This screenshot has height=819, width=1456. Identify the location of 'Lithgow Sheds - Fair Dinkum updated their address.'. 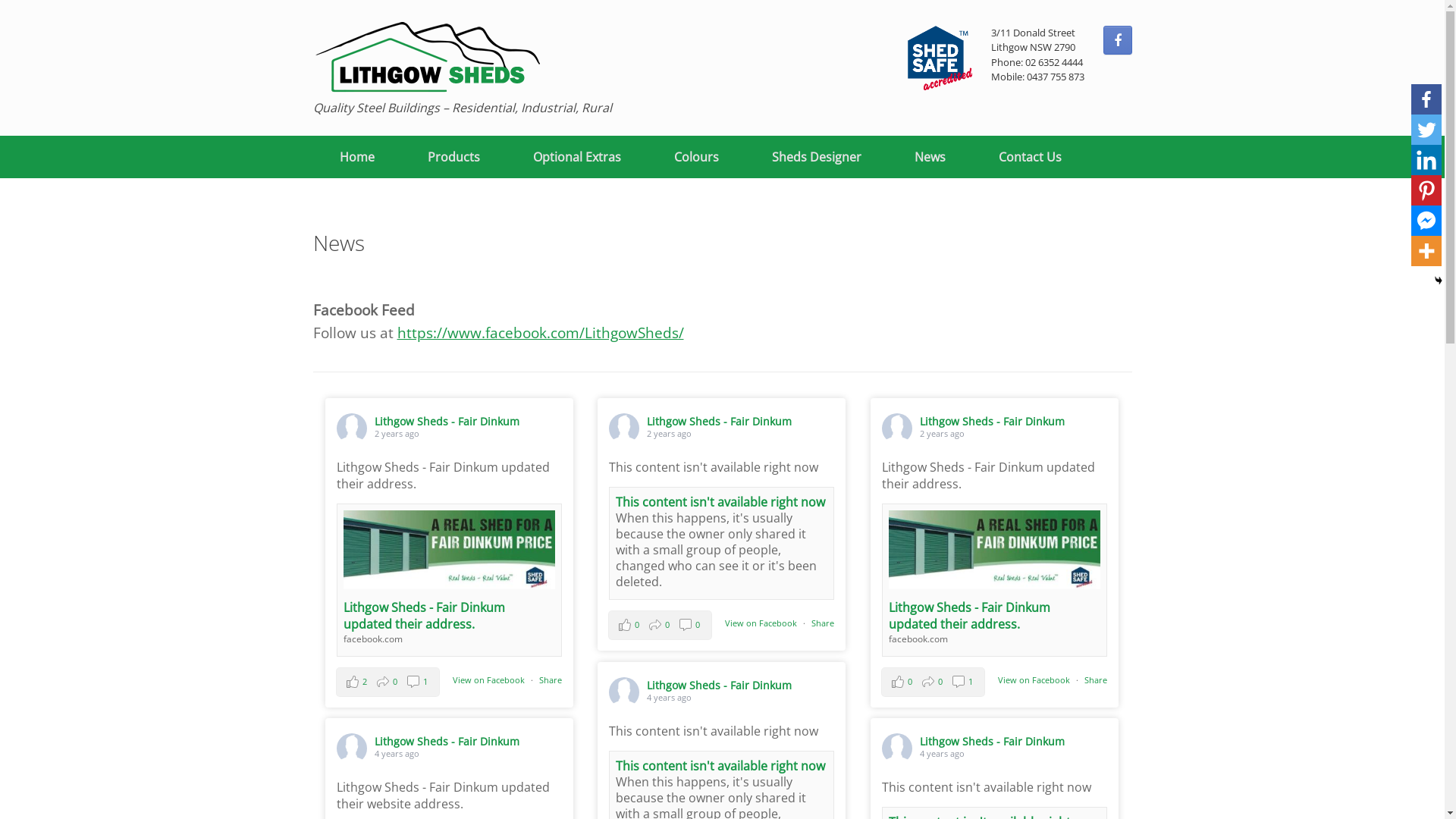
(968, 616).